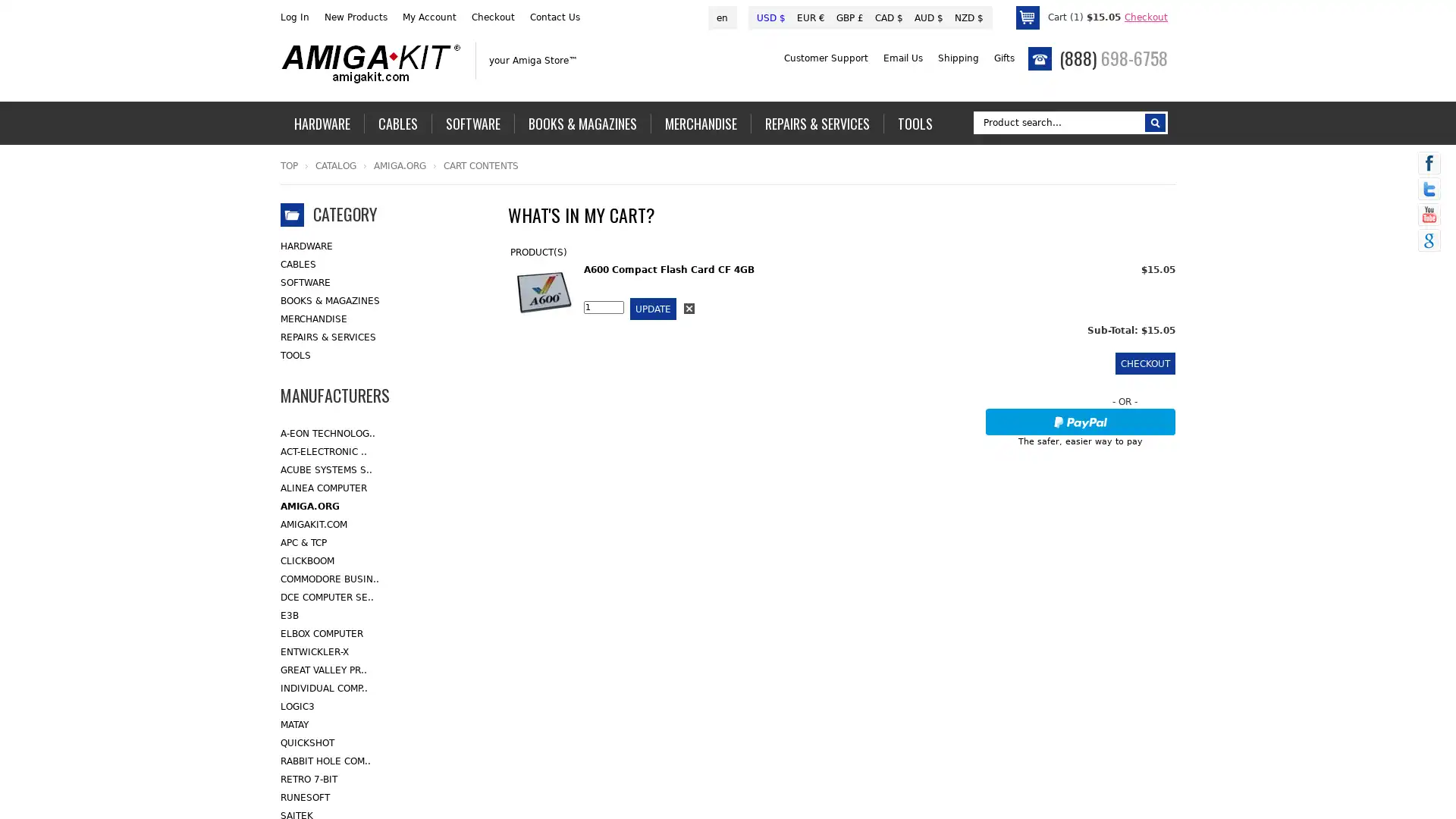 This screenshot has width=1456, height=819. I want to click on UPDATE, so click(653, 308).